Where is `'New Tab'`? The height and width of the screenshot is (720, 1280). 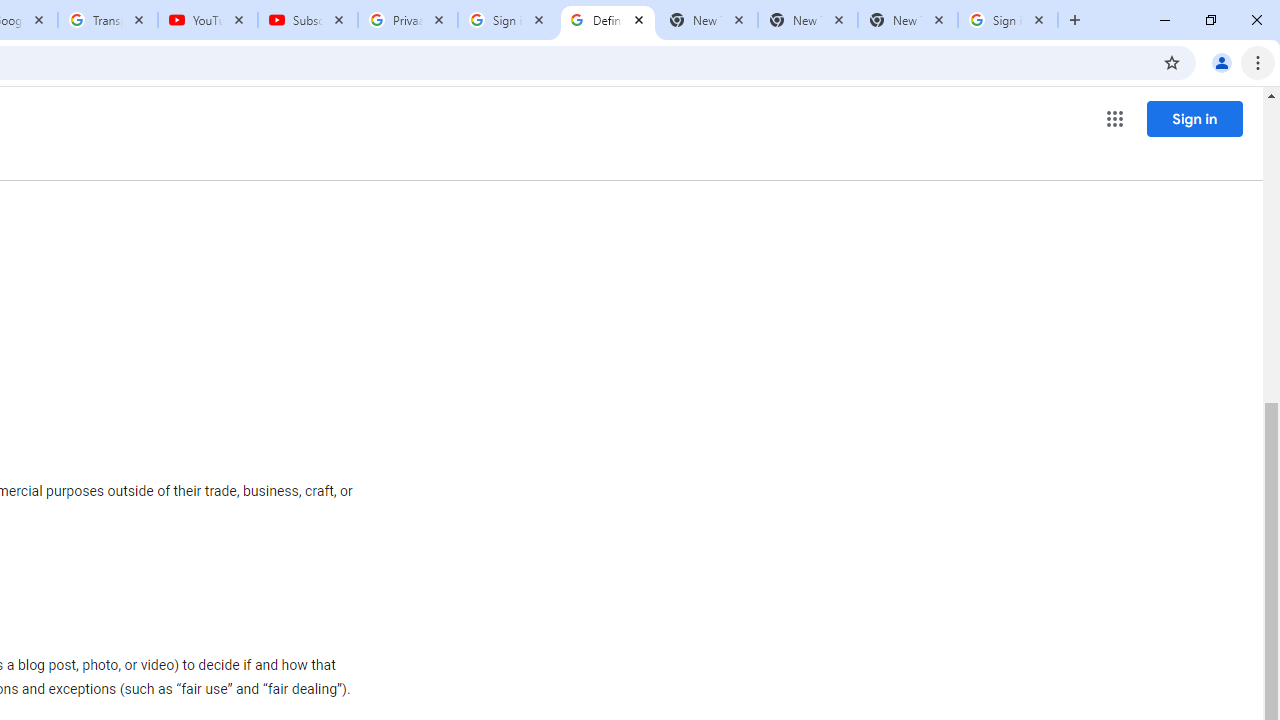
'New Tab' is located at coordinates (906, 20).